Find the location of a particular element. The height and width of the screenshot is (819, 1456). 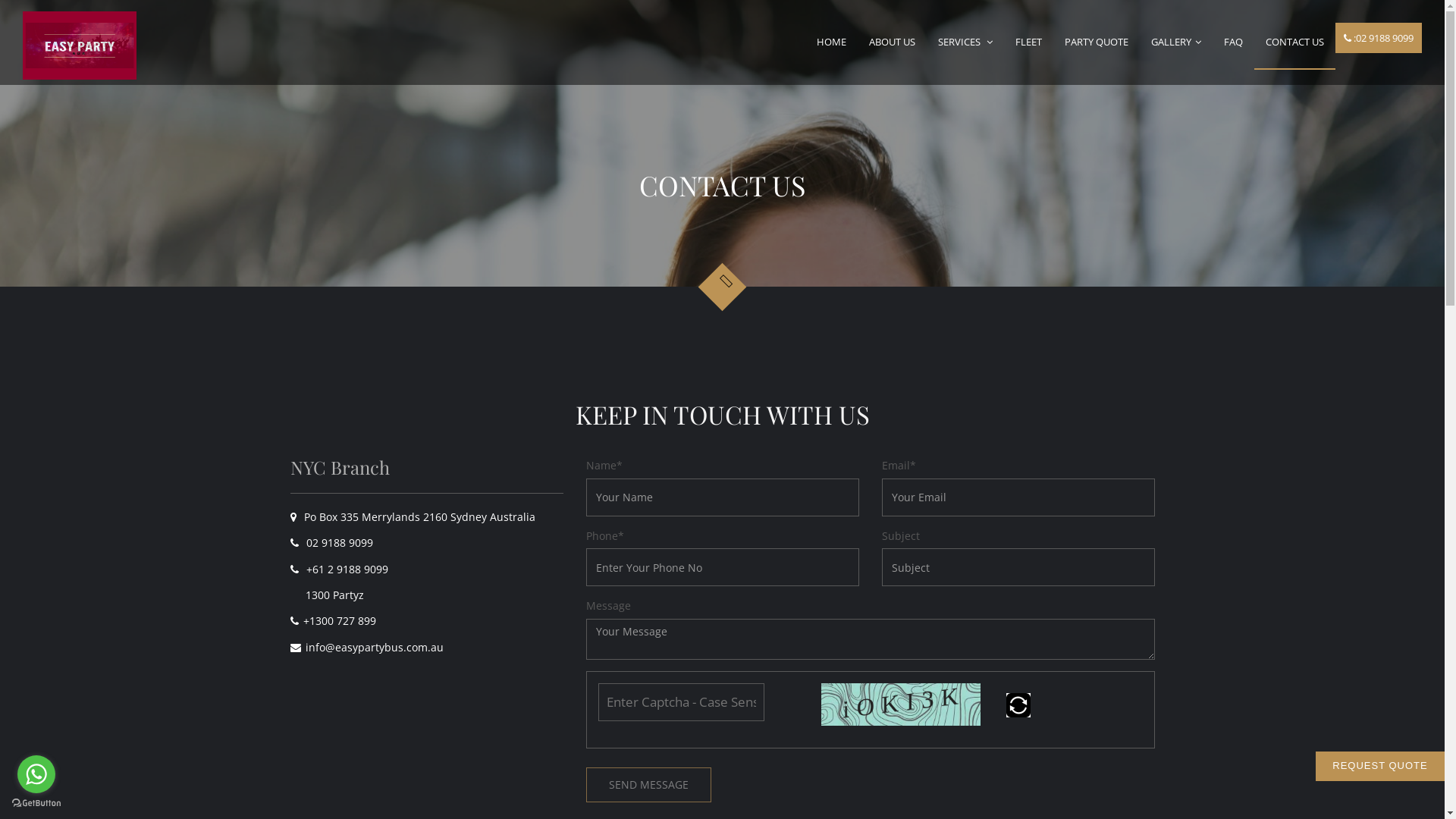

'FLEET' is located at coordinates (1028, 40).